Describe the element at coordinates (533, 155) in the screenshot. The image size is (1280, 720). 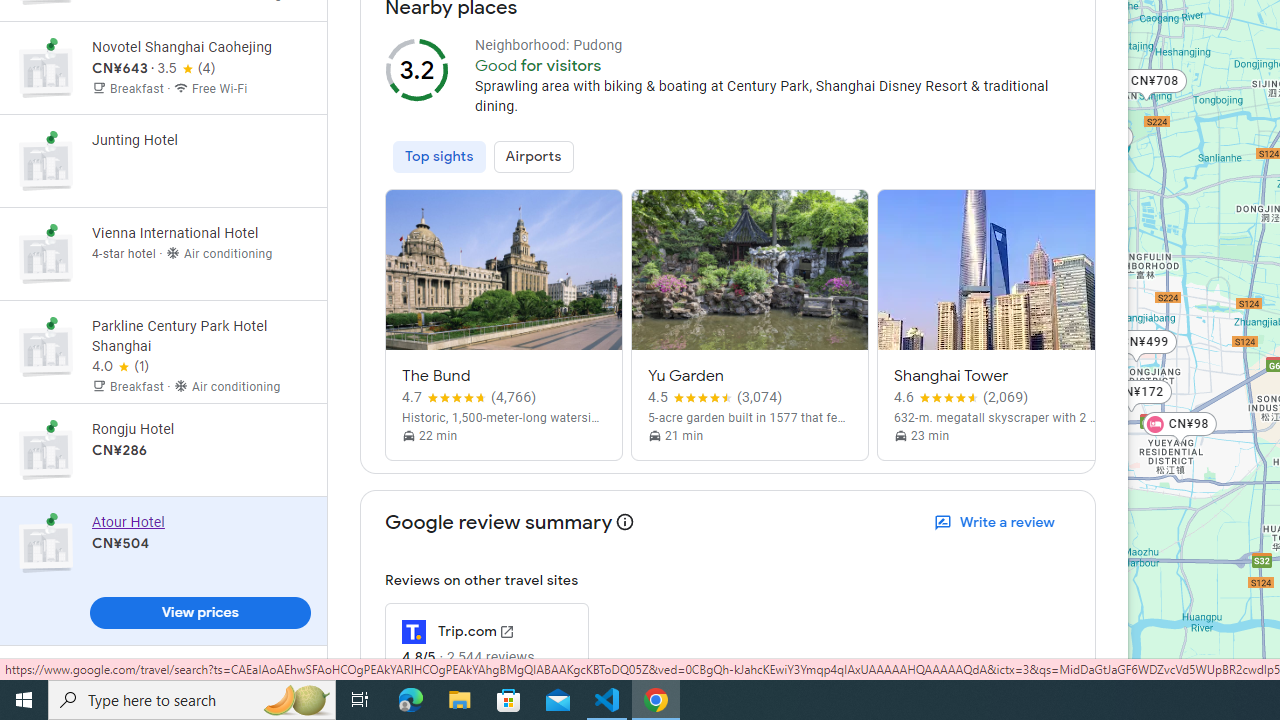
I see `'Airports'` at that location.